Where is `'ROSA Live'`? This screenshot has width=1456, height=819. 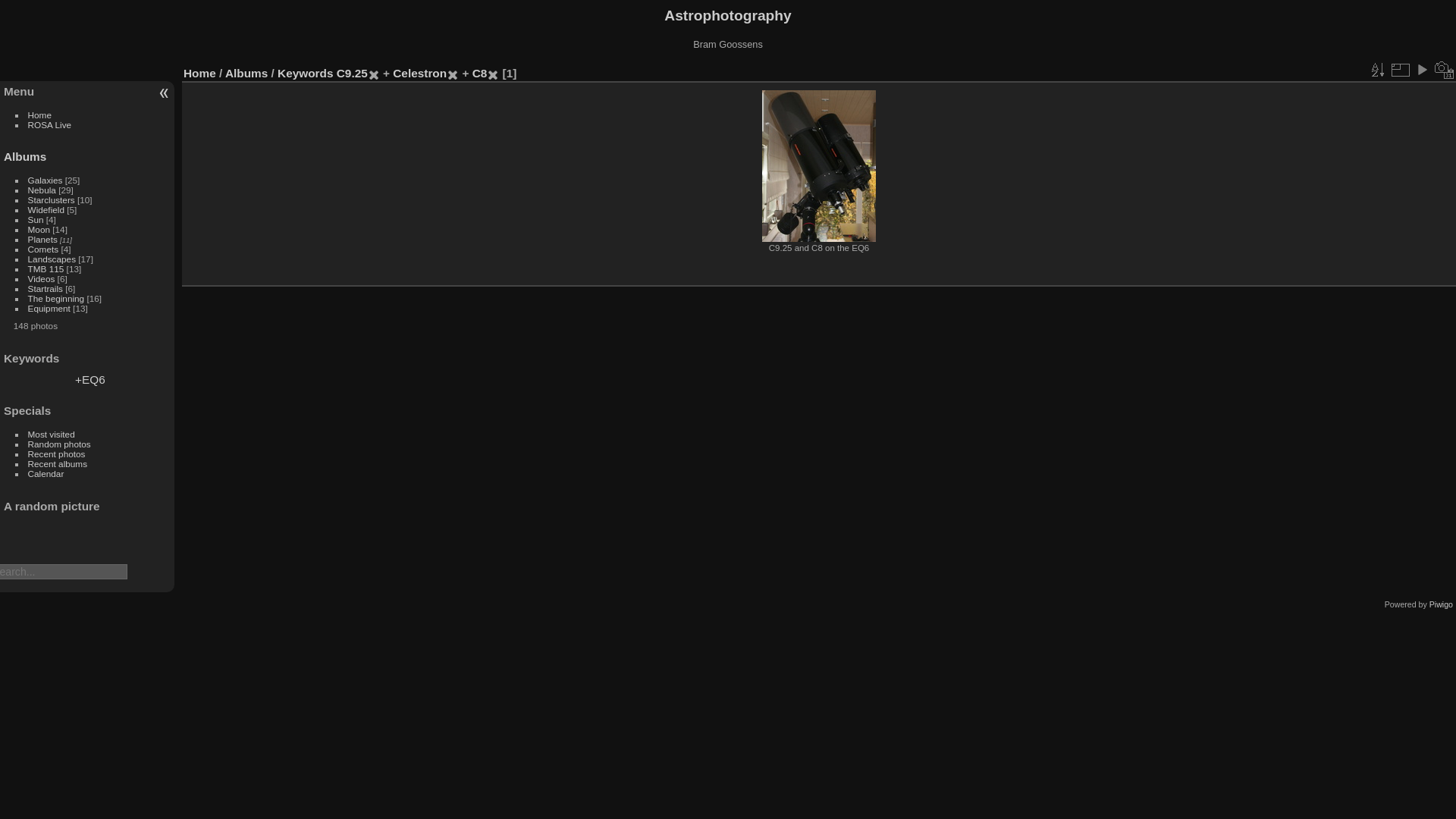 'ROSA Live' is located at coordinates (50, 124).